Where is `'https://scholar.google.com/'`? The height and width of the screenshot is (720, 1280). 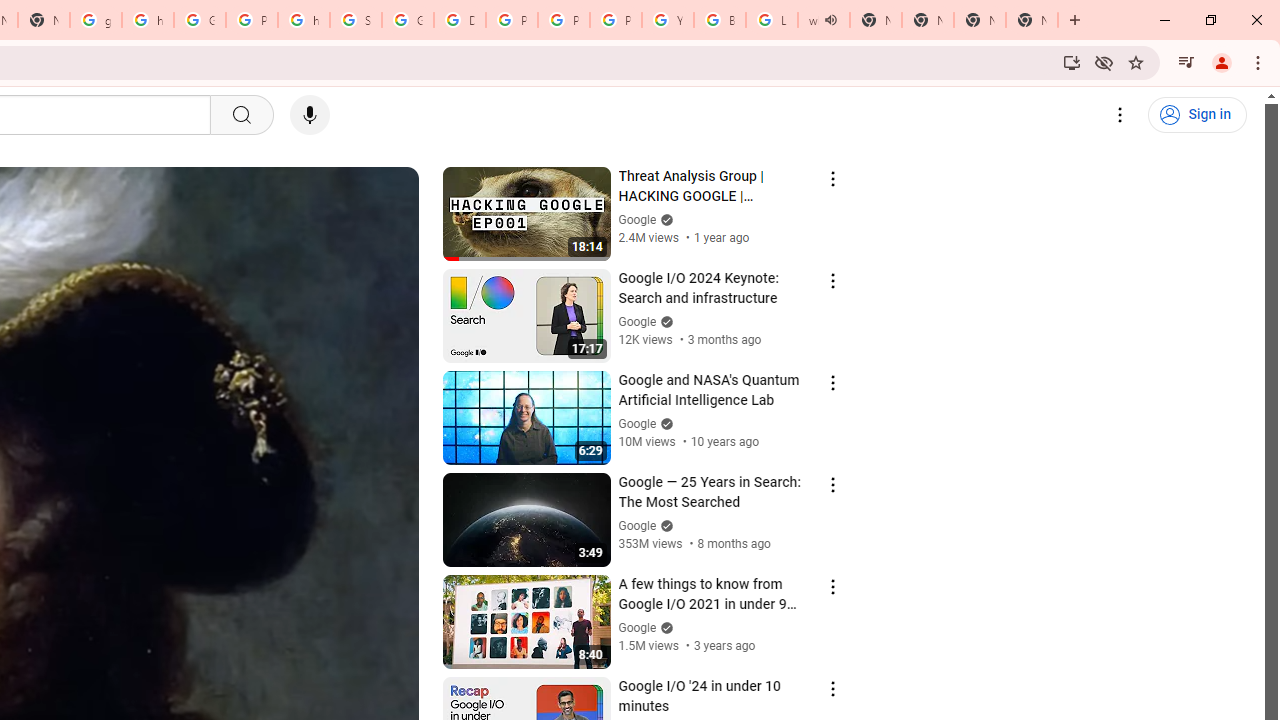 'https://scholar.google.com/' is located at coordinates (146, 20).